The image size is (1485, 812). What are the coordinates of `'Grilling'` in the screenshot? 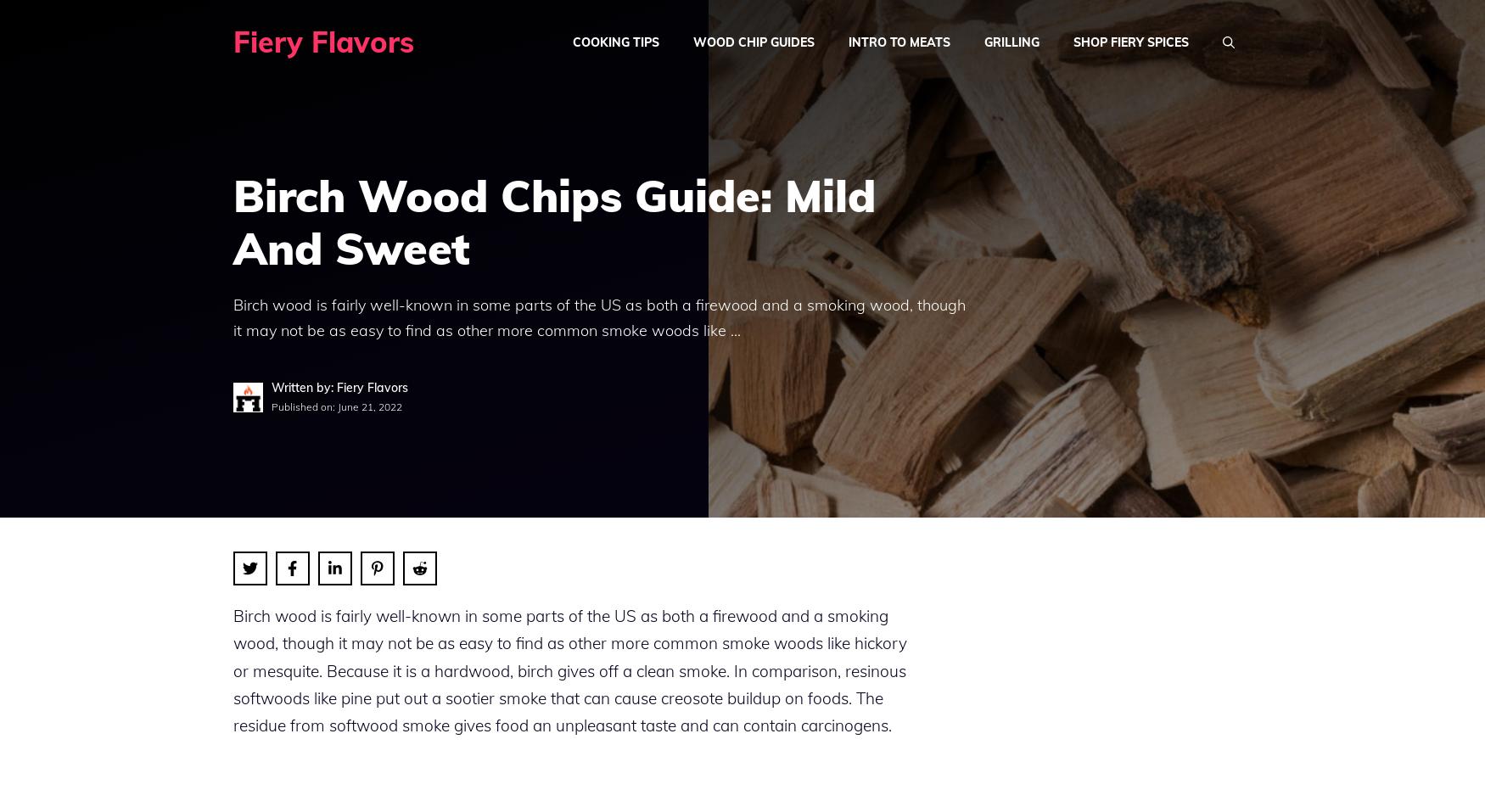 It's located at (1011, 41).